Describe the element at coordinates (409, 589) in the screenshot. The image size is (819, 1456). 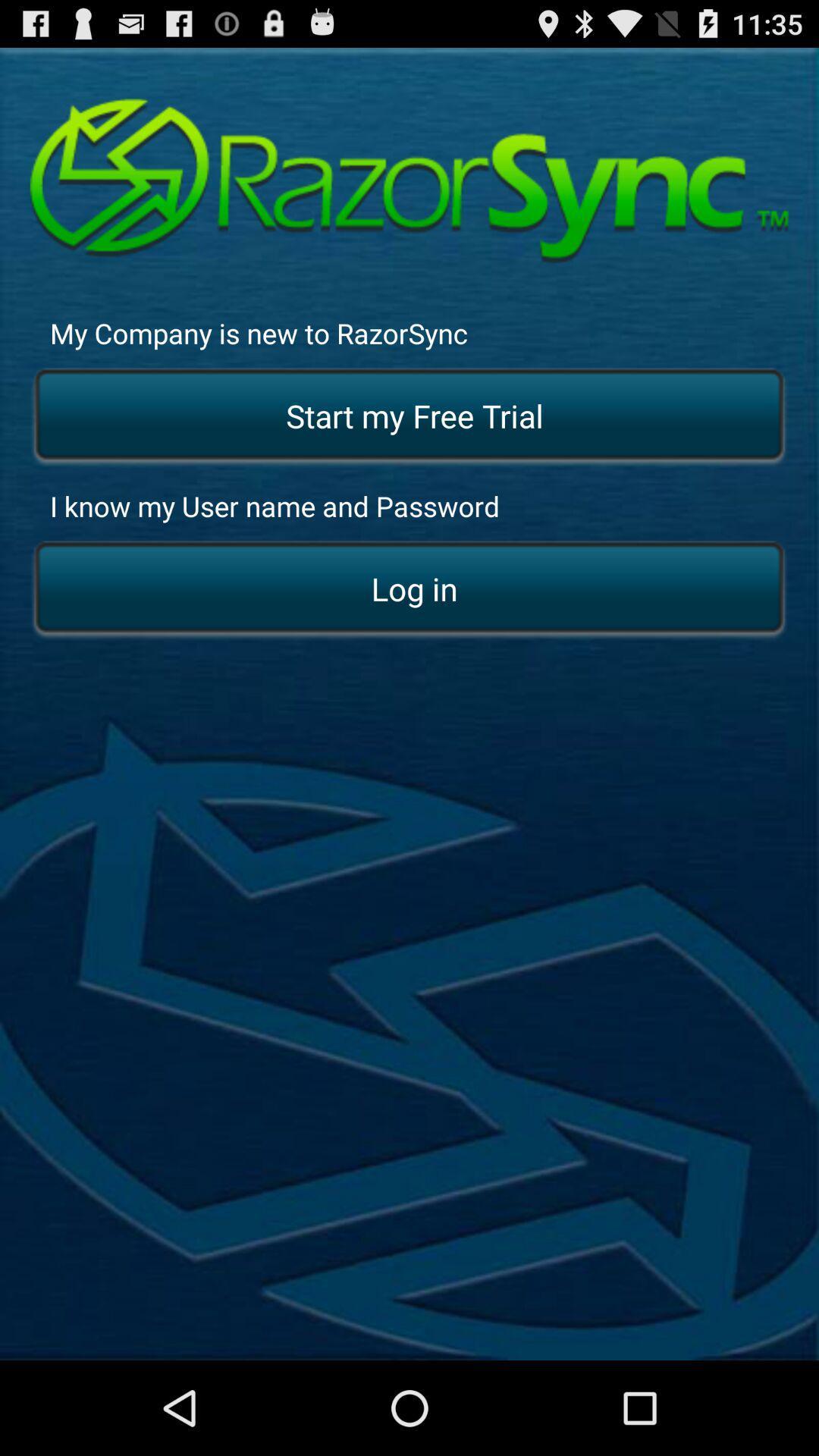
I see `log in icon` at that location.